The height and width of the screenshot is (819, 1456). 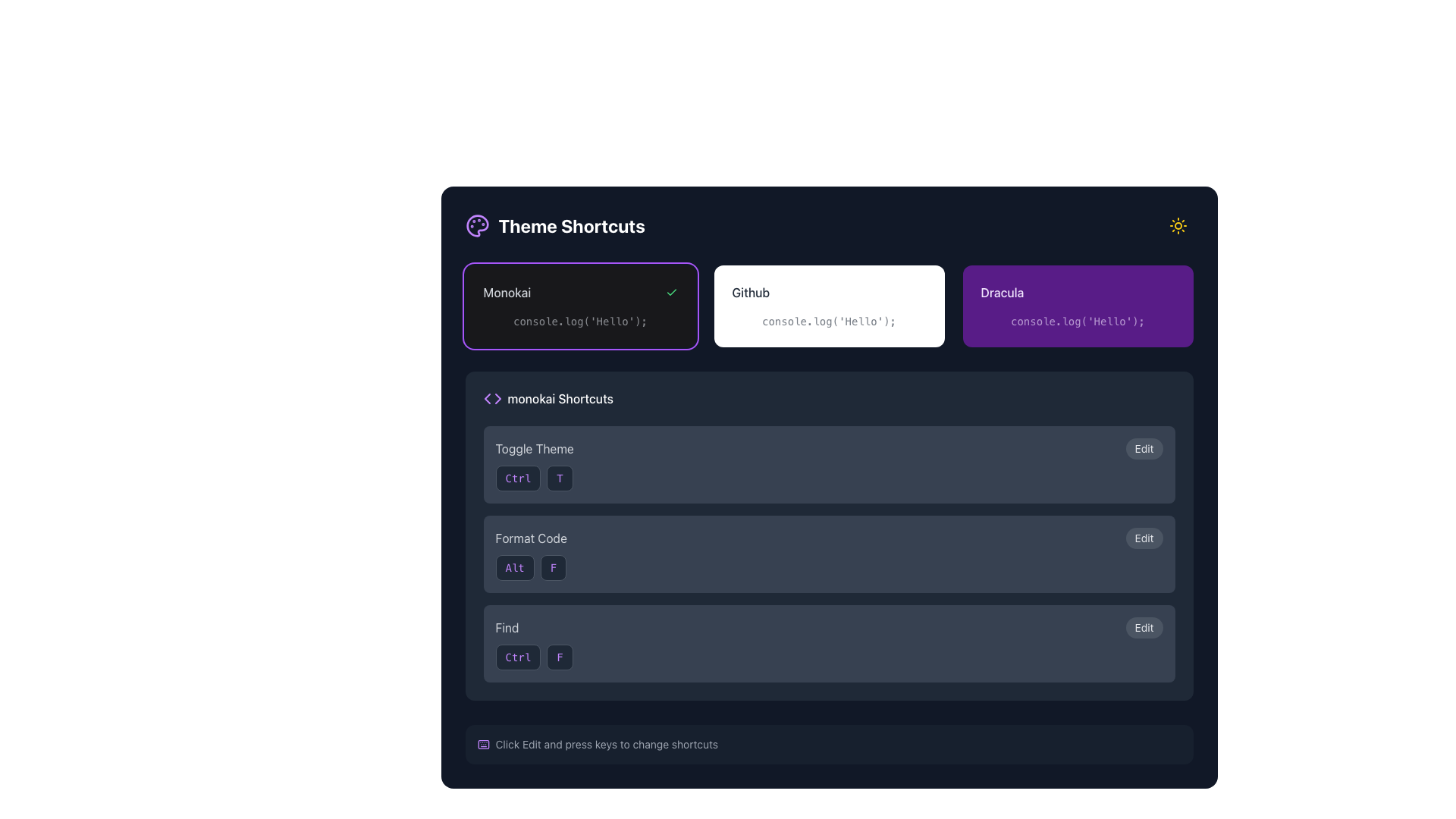 I want to click on the informational banner located at the bottom of the 'Theme Shortcuts' section, which provides guidance on modifying keyboard shortcuts, so click(x=828, y=744).